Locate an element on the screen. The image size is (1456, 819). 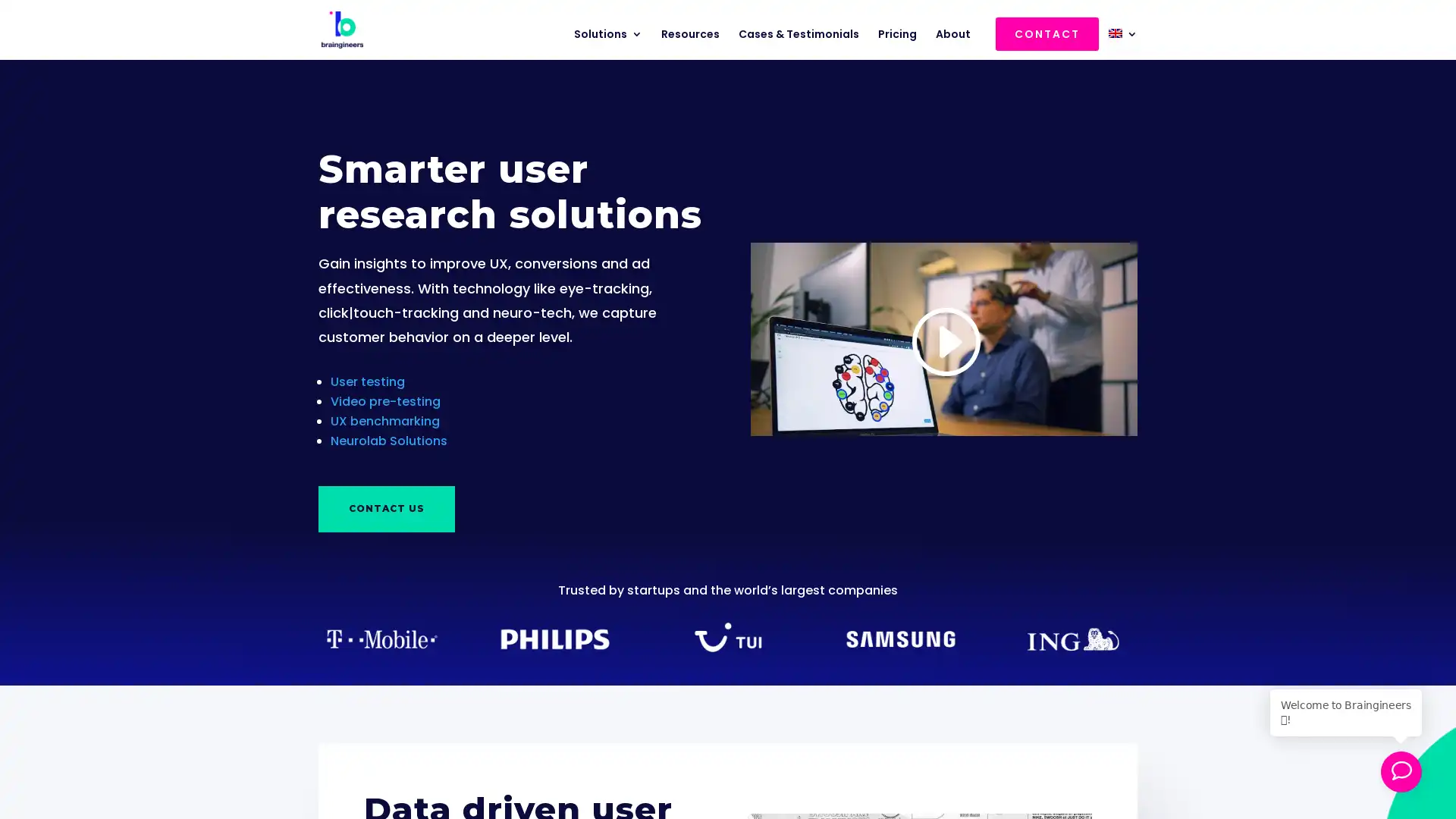
Download 5 is located at coordinates (203, 789).